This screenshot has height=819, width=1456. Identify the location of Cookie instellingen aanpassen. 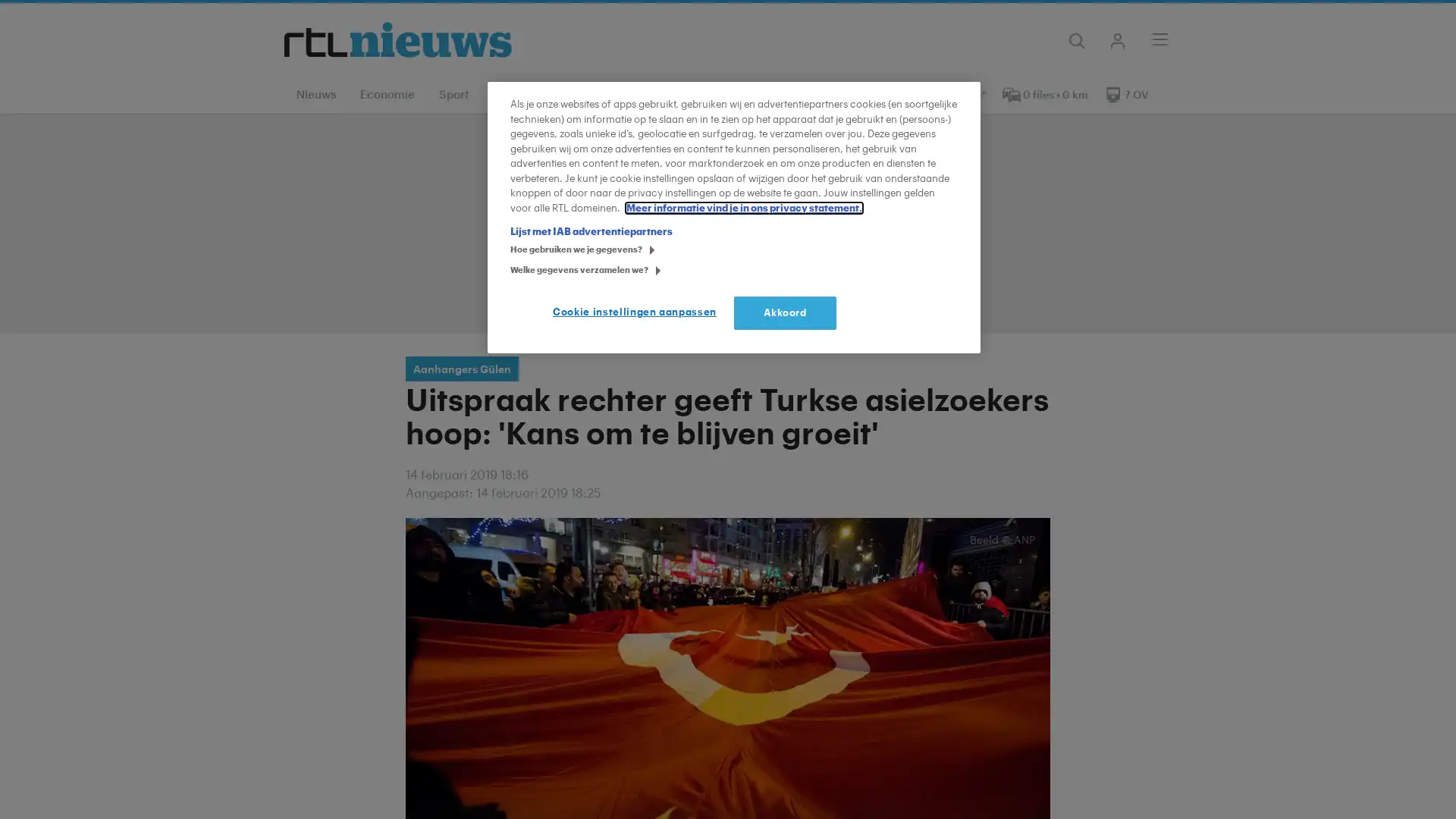
(638, 312).